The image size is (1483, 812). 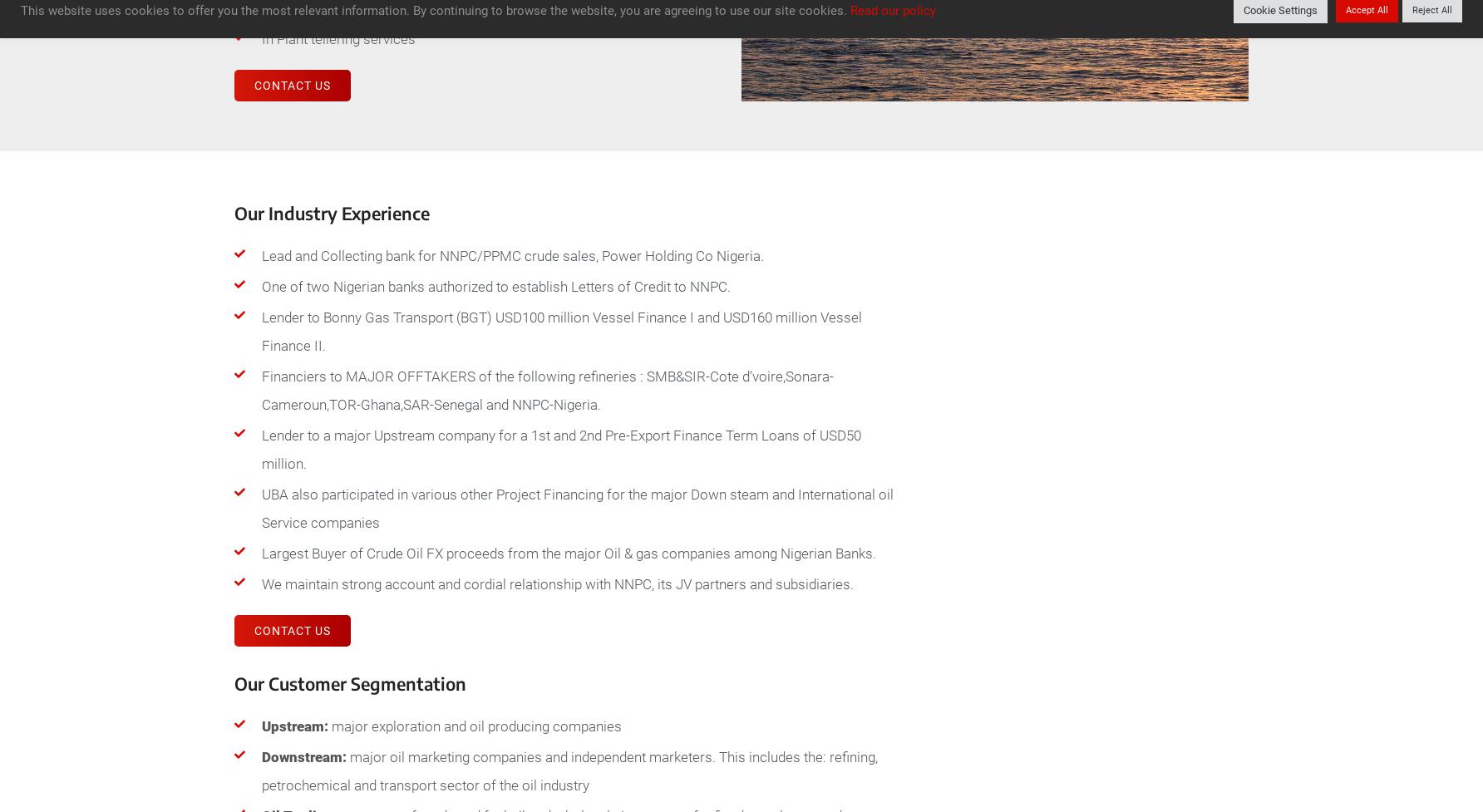 I want to click on 'Lender to Bonny Gas Transport (BGT) USD100 million Vessel Finance I and USD160 million Vessel Finance II.', so click(x=561, y=332).